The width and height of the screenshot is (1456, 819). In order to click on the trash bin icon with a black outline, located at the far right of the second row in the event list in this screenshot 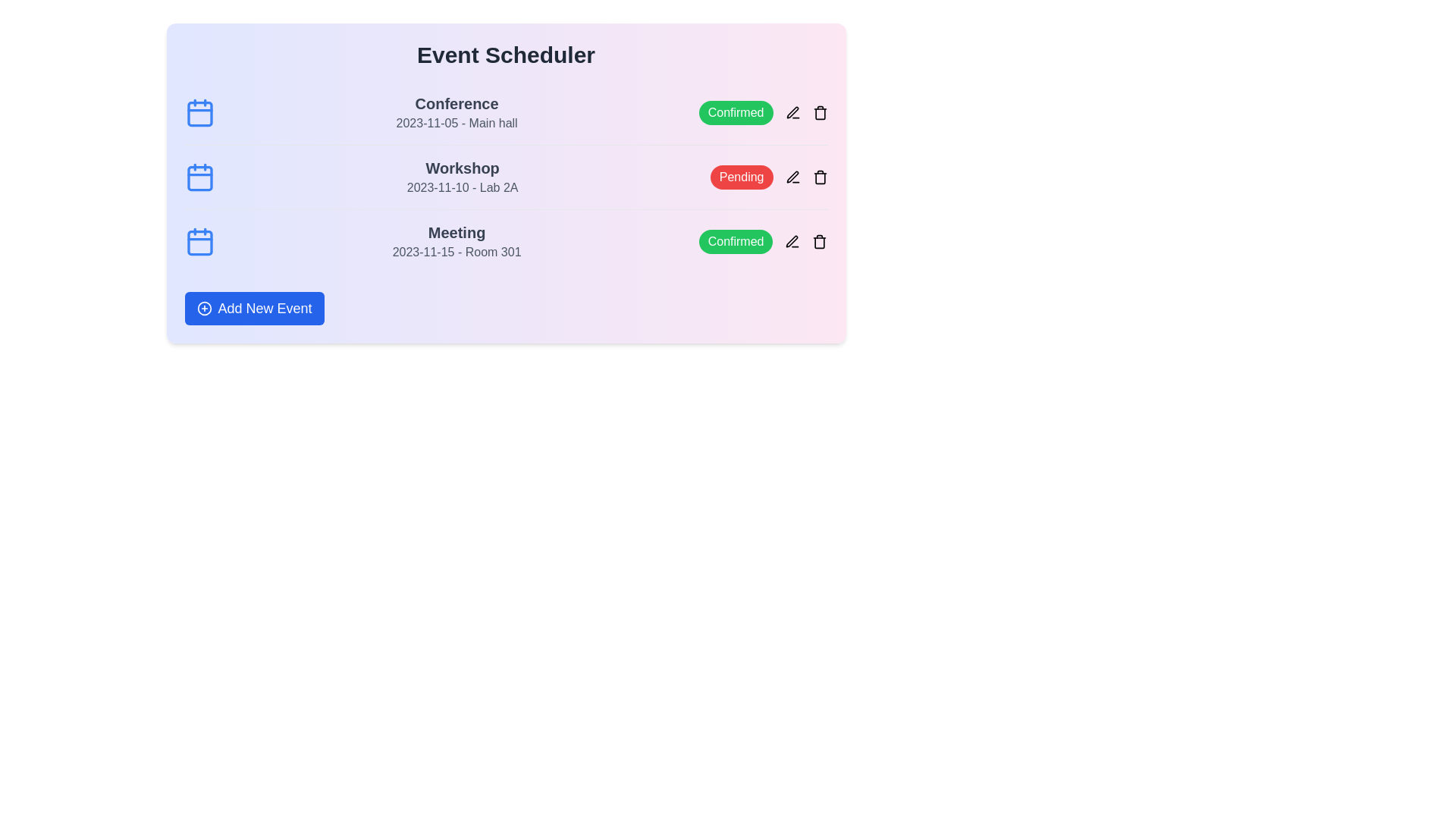, I will do `click(819, 177)`.